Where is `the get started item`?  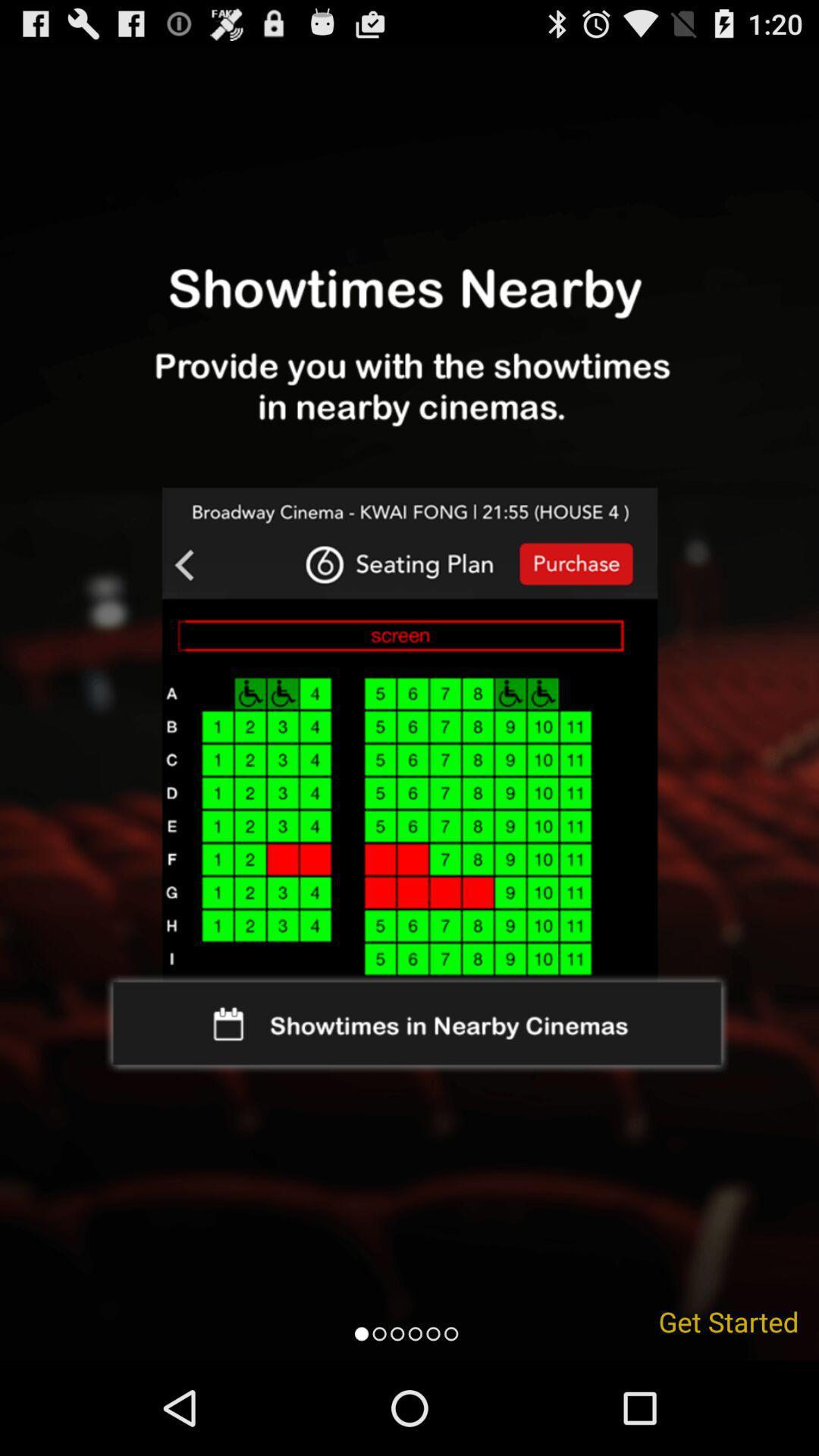 the get started item is located at coordinates (728, 1320).